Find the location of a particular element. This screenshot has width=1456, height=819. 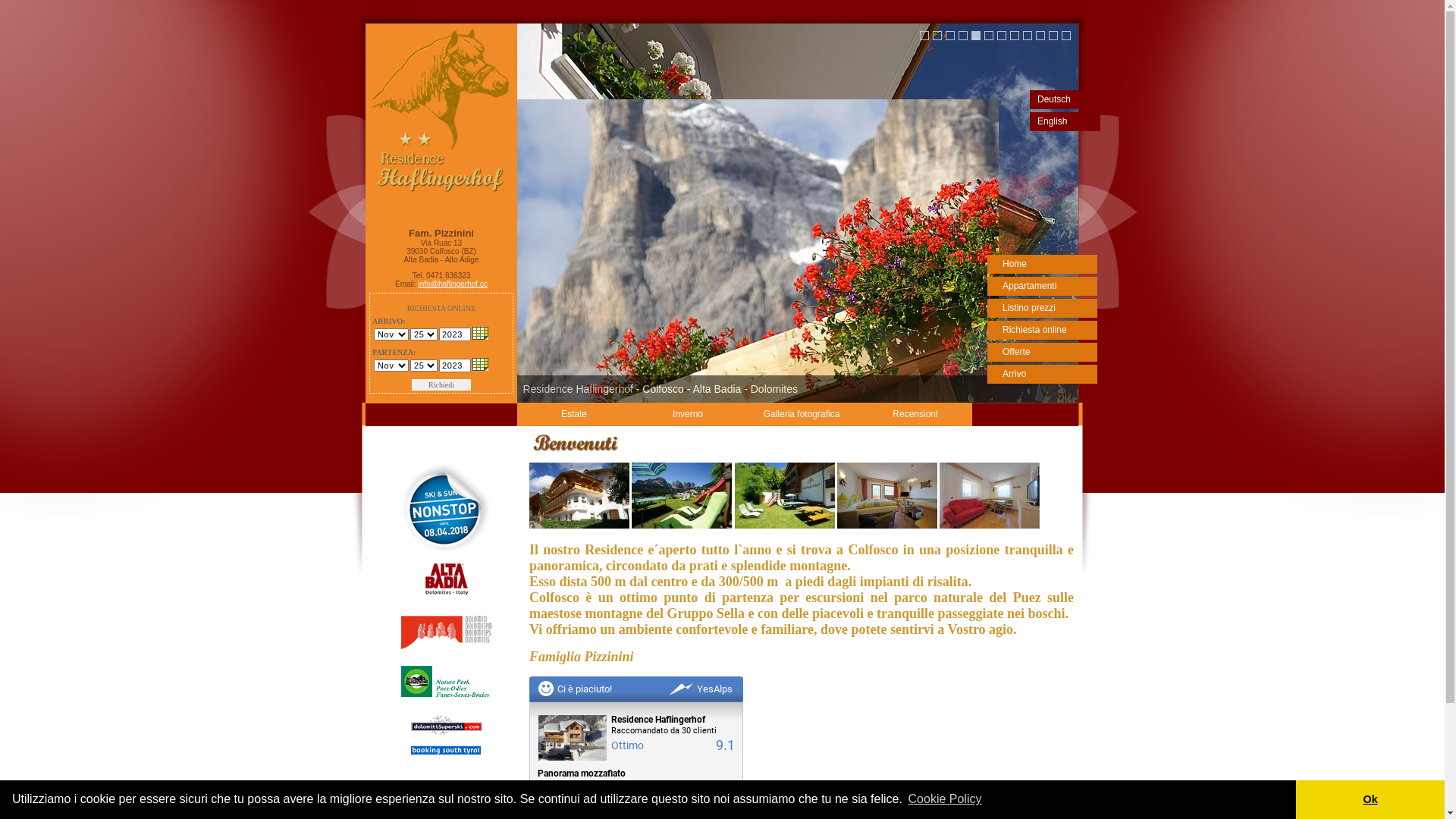

'info@haflingerhof.cc' is located at coordinates (452, 284).